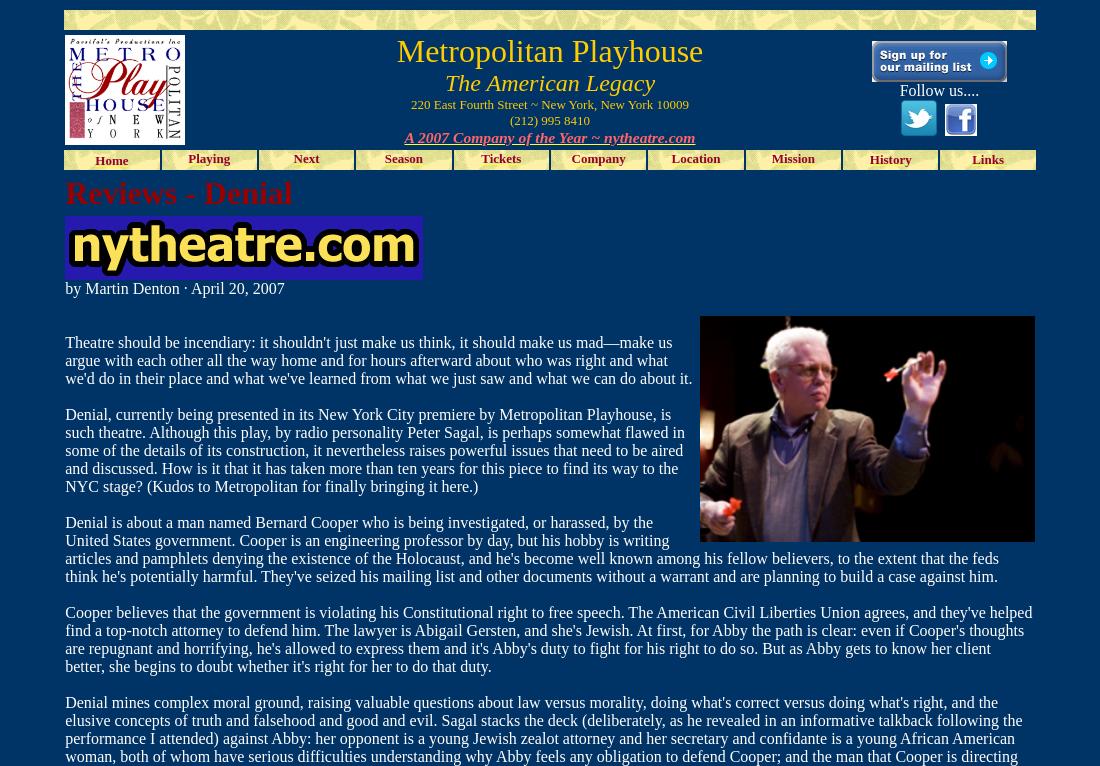 Image resolution: width=1100 pixels, height=766 pixels. What do you see at coordinates (987, 158) in the screenshot?
I see `'Links'` at bounding box center [987, 158].